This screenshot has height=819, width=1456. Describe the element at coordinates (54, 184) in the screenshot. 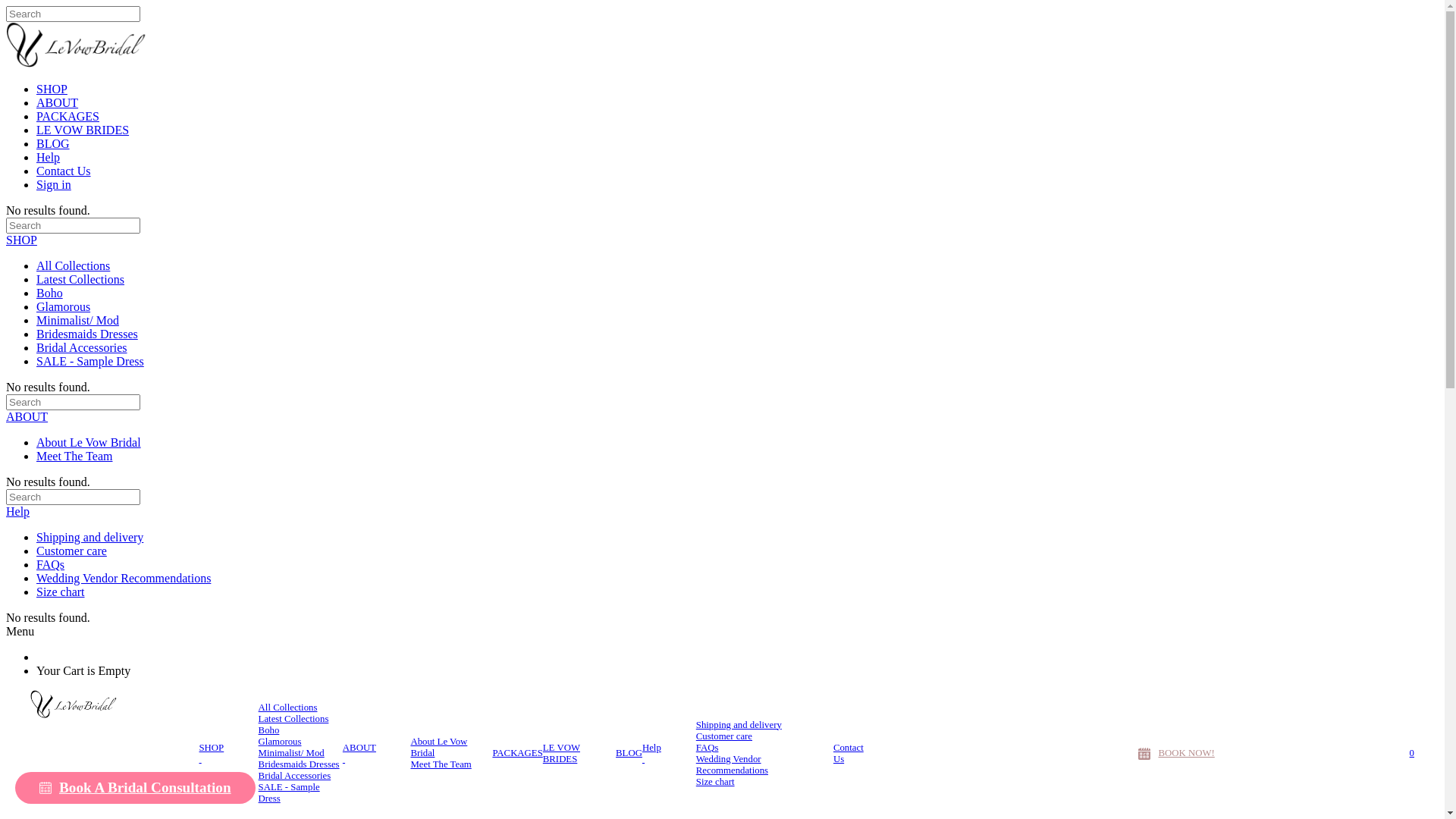

I see `'Sign in'` at that location.